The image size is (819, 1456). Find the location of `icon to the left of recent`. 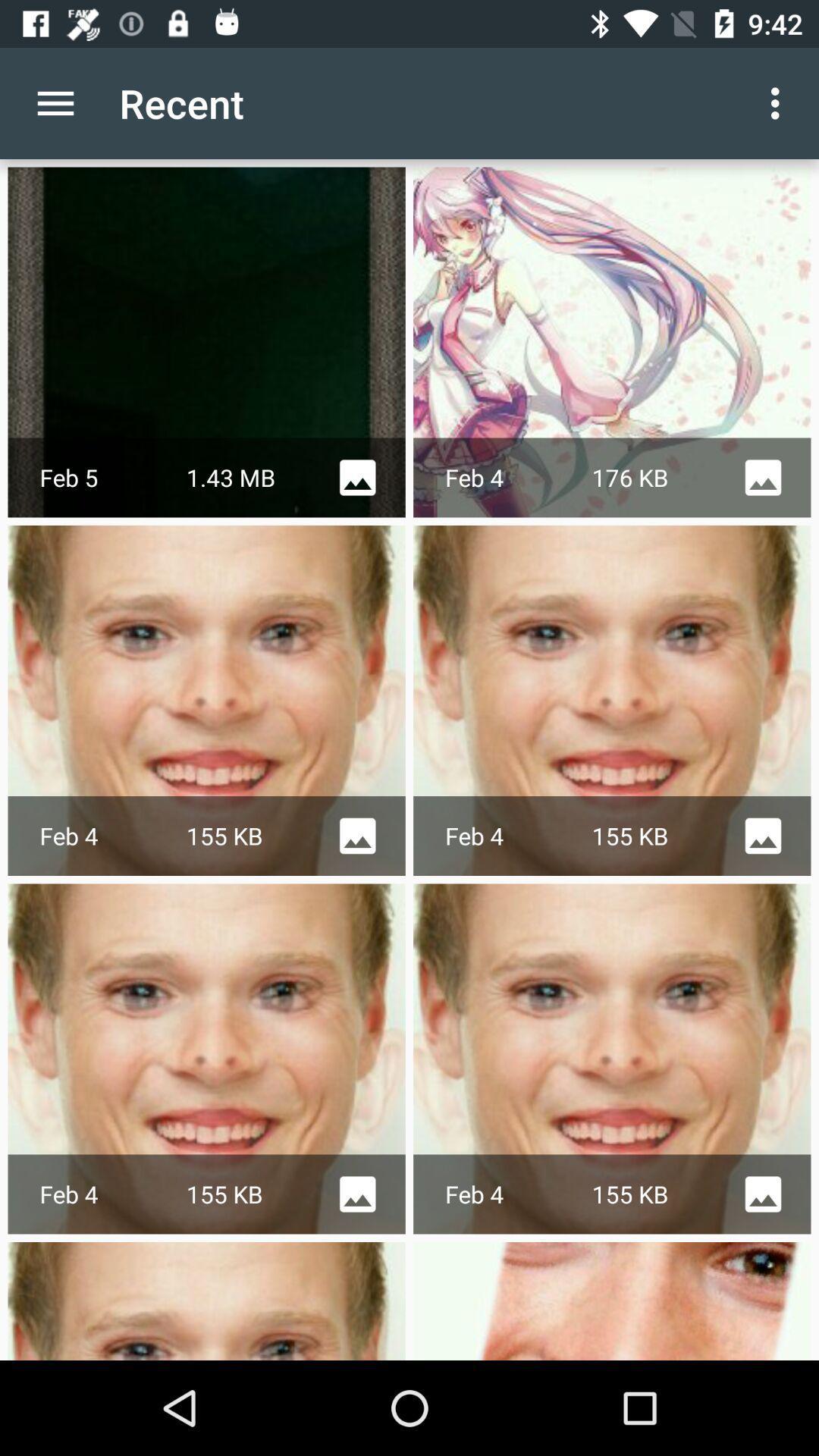

icon to the left of recent is located at coordinates (55, 102).